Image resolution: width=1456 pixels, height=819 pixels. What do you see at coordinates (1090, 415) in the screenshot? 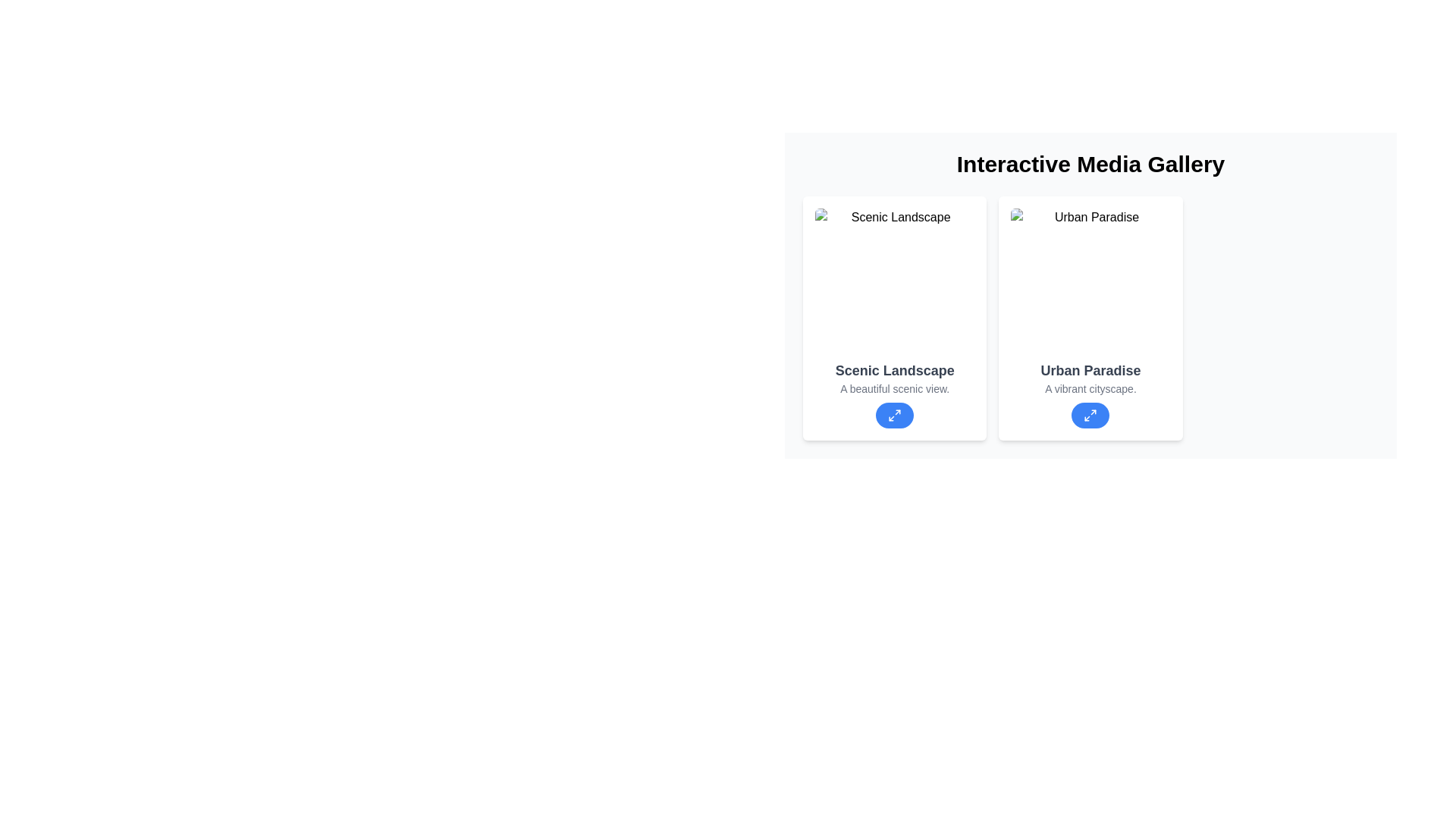
I see `the blue circular button with white arrows forming a diagonal double-ended arrow symbol in the bottom-right corner of the 'Urban Paradise' card to maximize or expand the view` at bounding box center [1090, 415].